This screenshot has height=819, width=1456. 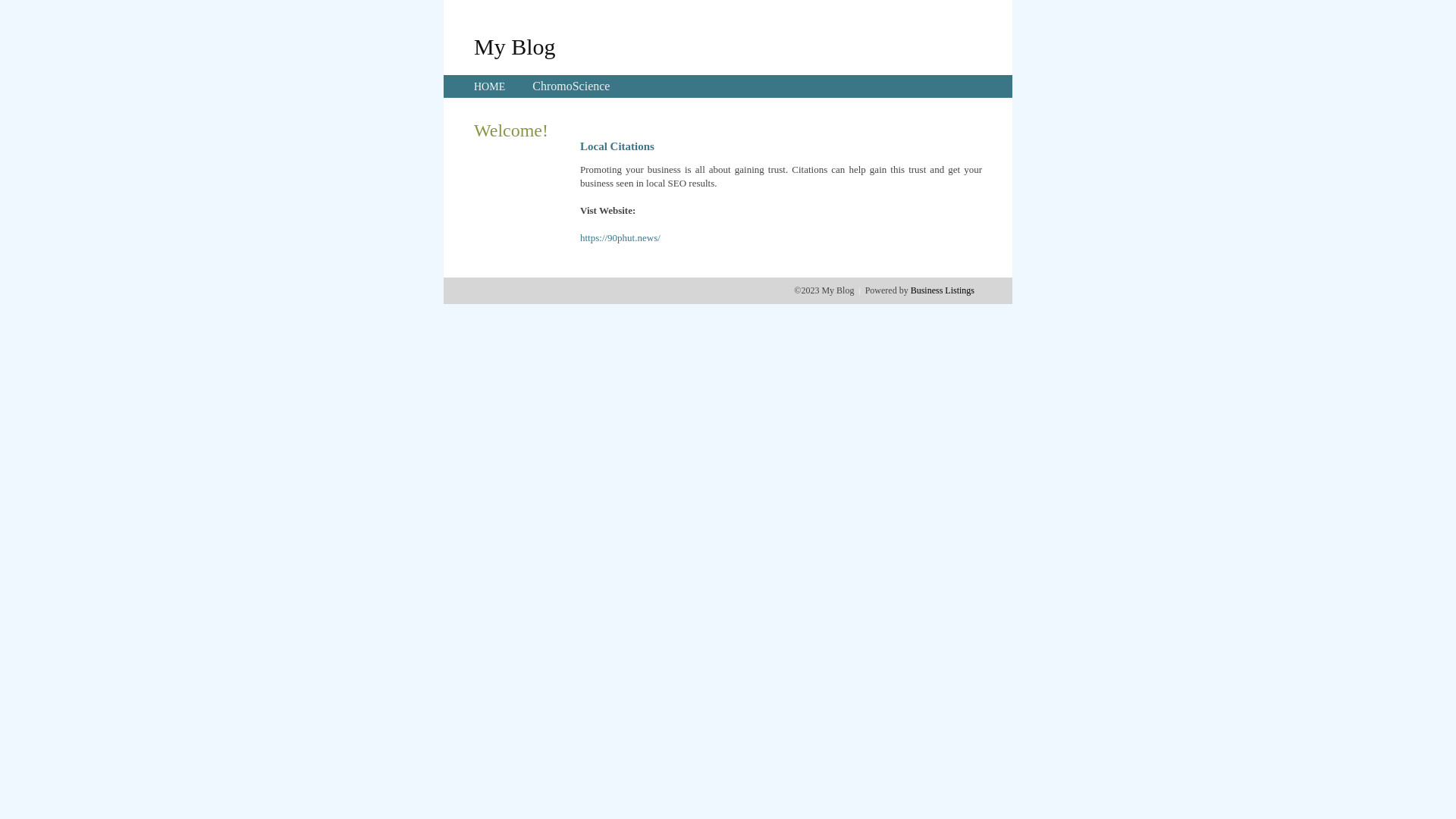 I want to click on 'My Blog', so click(x=472, y=45).